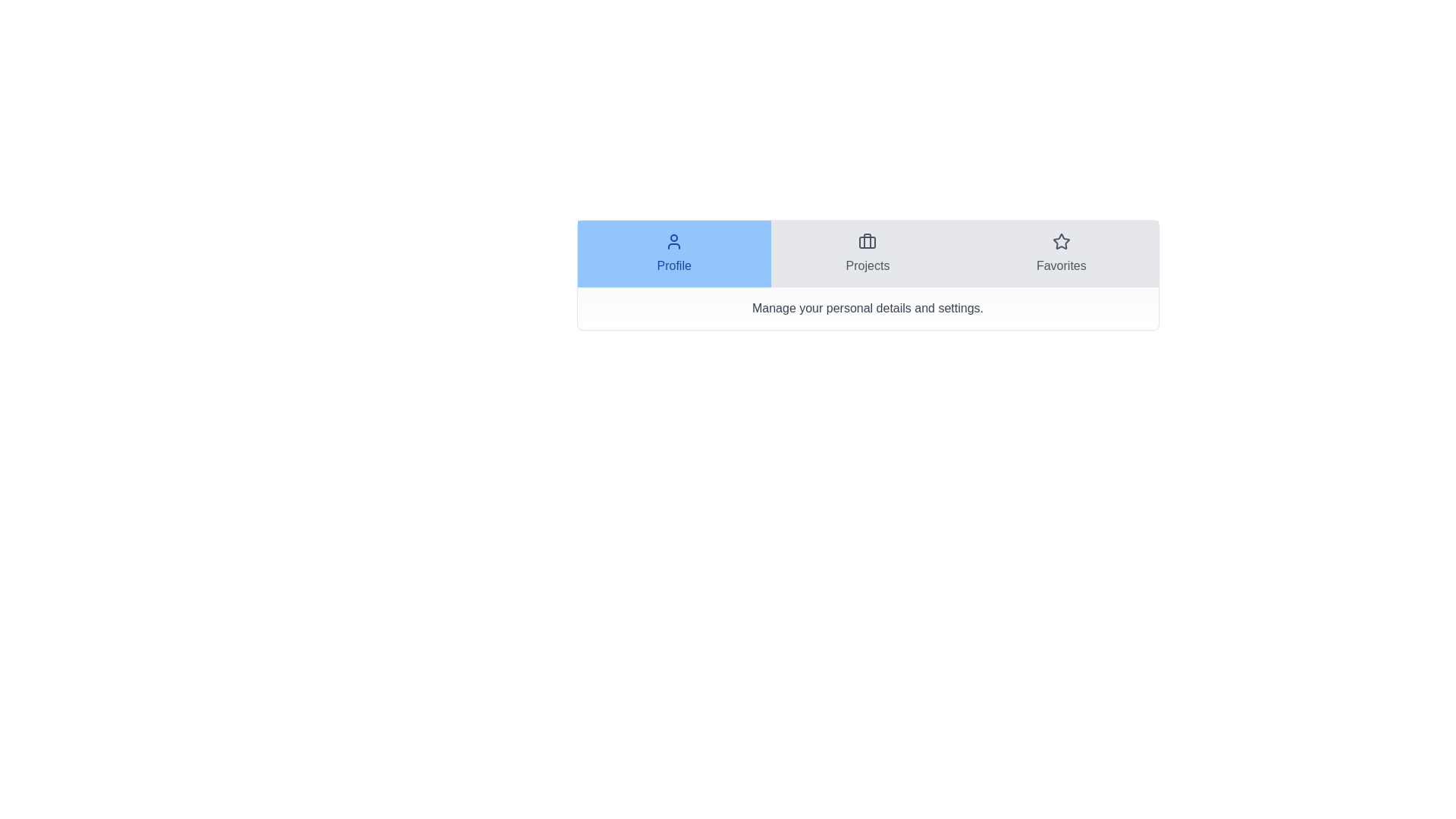 The width and height of the screenshot is (1456, 819). Describe the element at coordinates (1059, 253) in the screenshot. I see `the tab labeled Favorites` at that location.